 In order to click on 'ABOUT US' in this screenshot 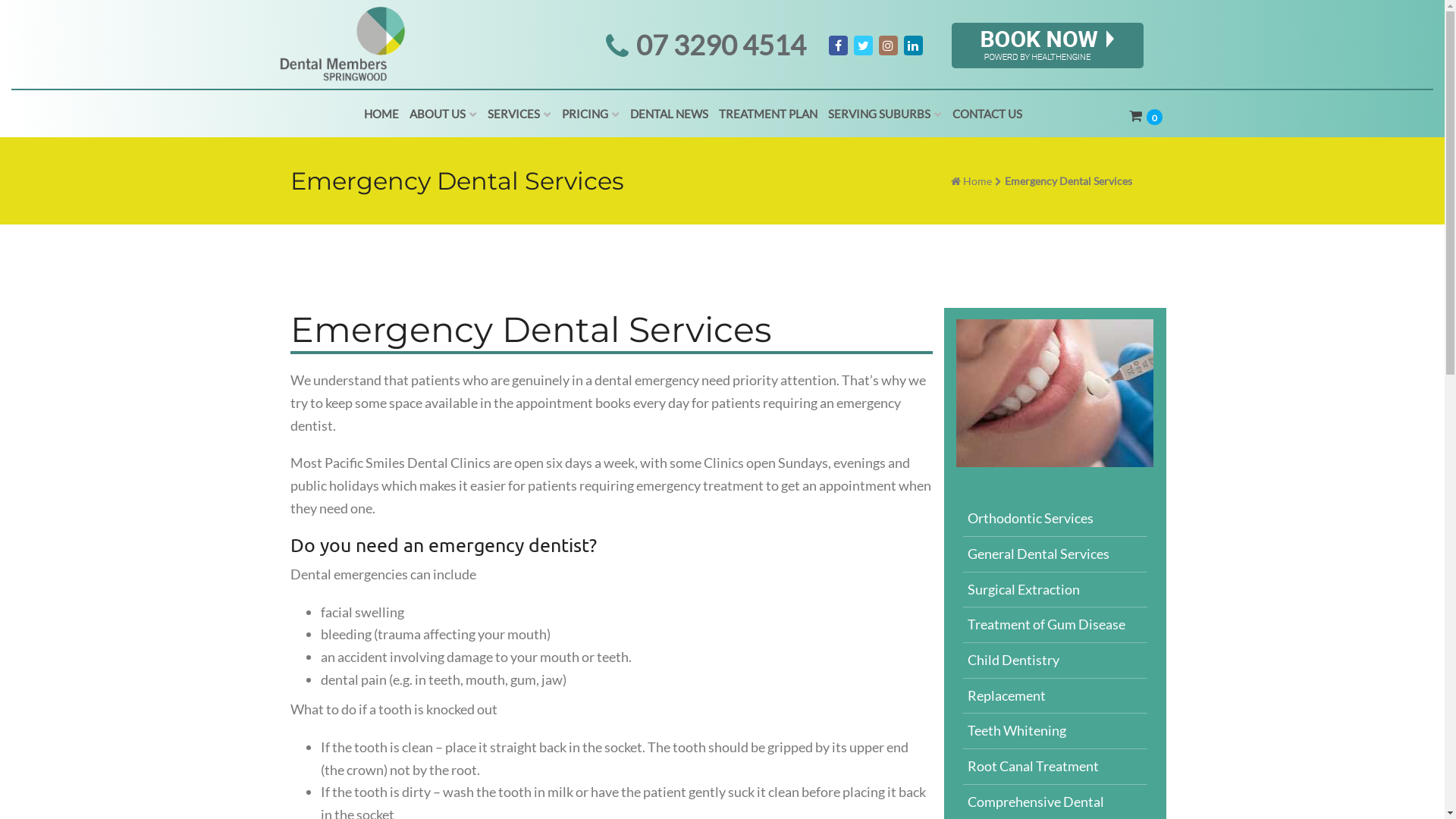, I will do `click(442, 113)`.